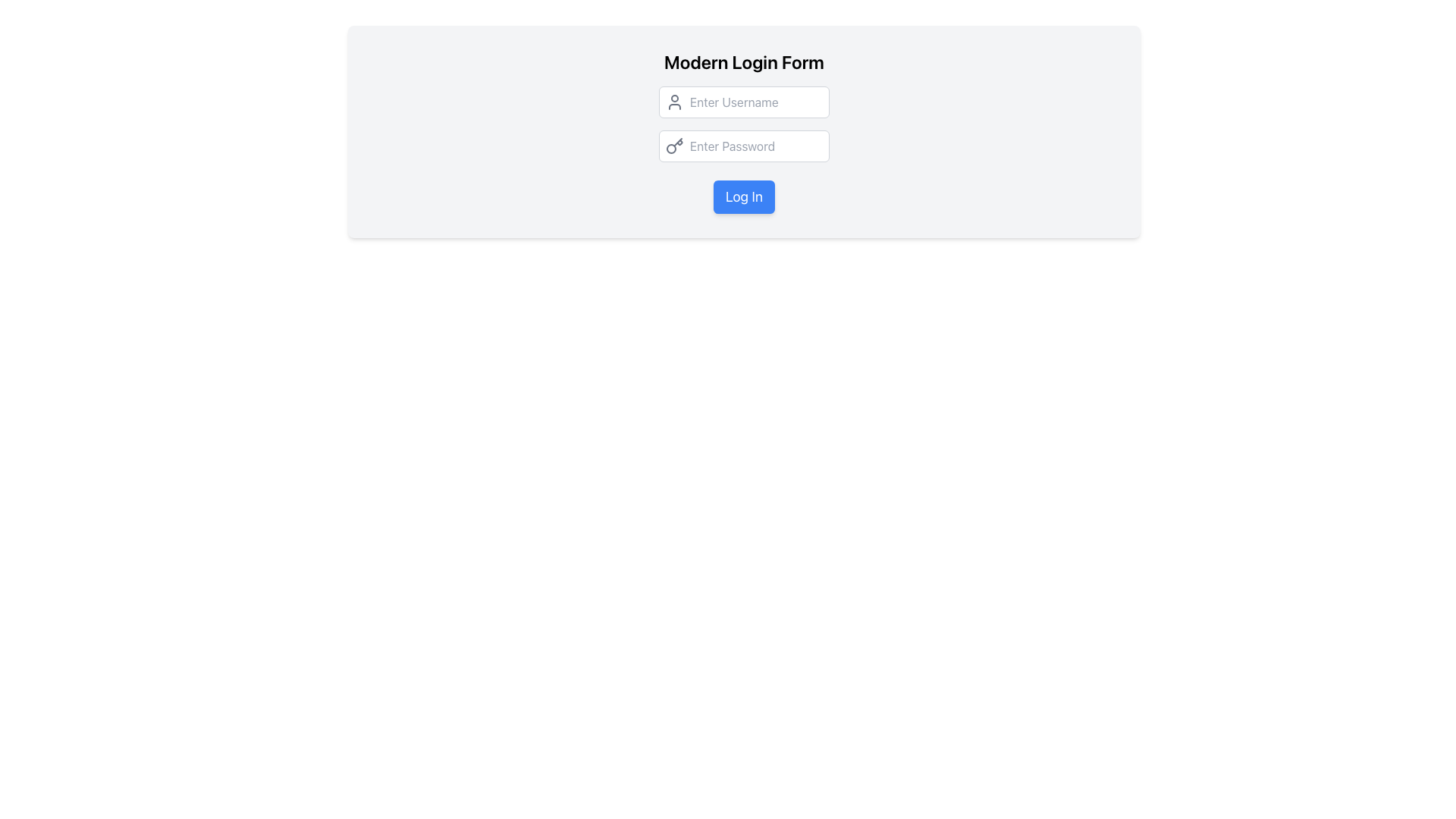 The width and height of the screenshot is (1456, 819). I want to click on the header text that serves as the title for the login form, providing context about the form's purpose, so click(744, 61).